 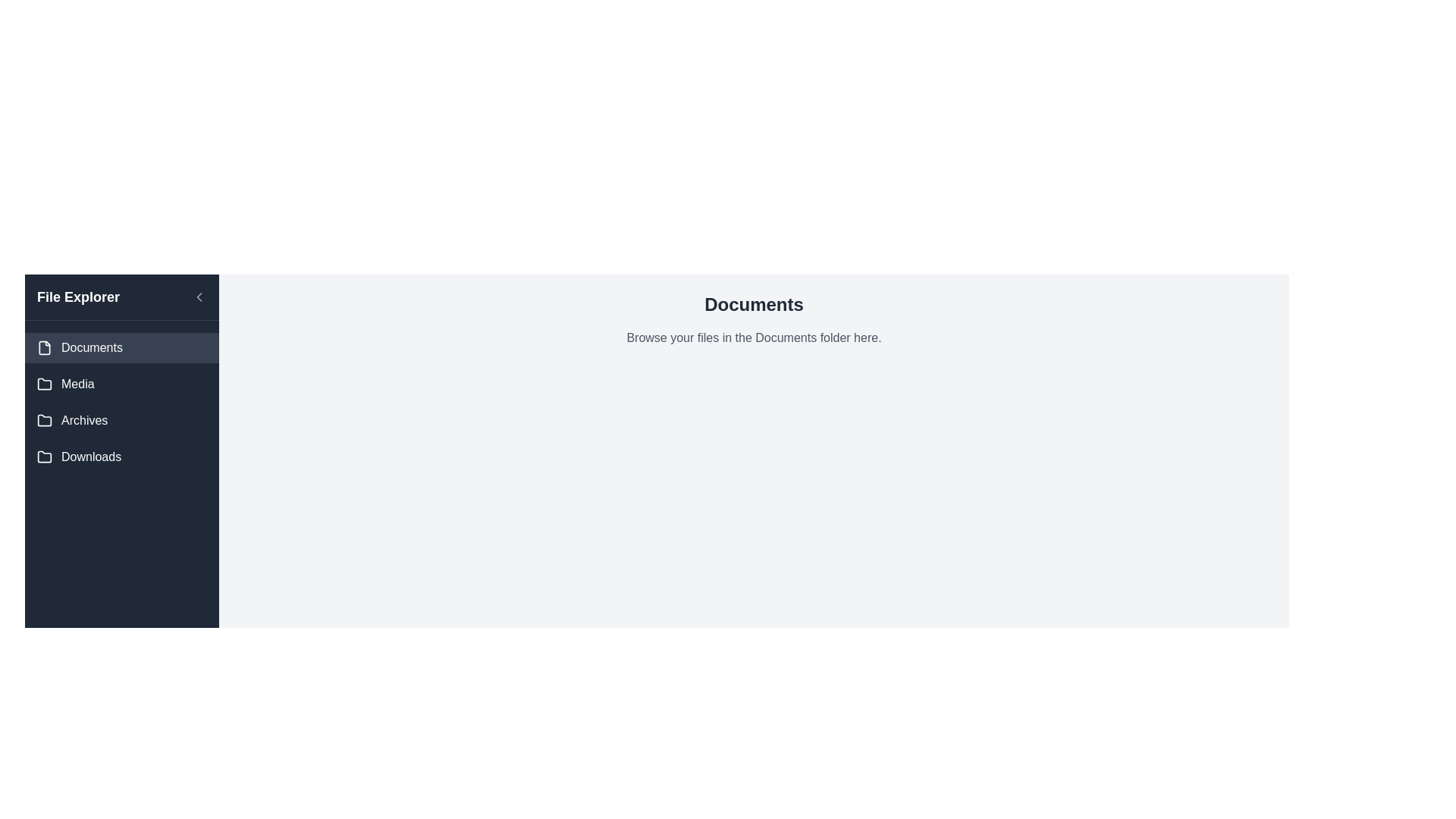 I want to click on the navigation icon located near the top left of the sidebar, adjacent to the 'File Explorer' label, which serves as a back button, so click(x=199, y=297).